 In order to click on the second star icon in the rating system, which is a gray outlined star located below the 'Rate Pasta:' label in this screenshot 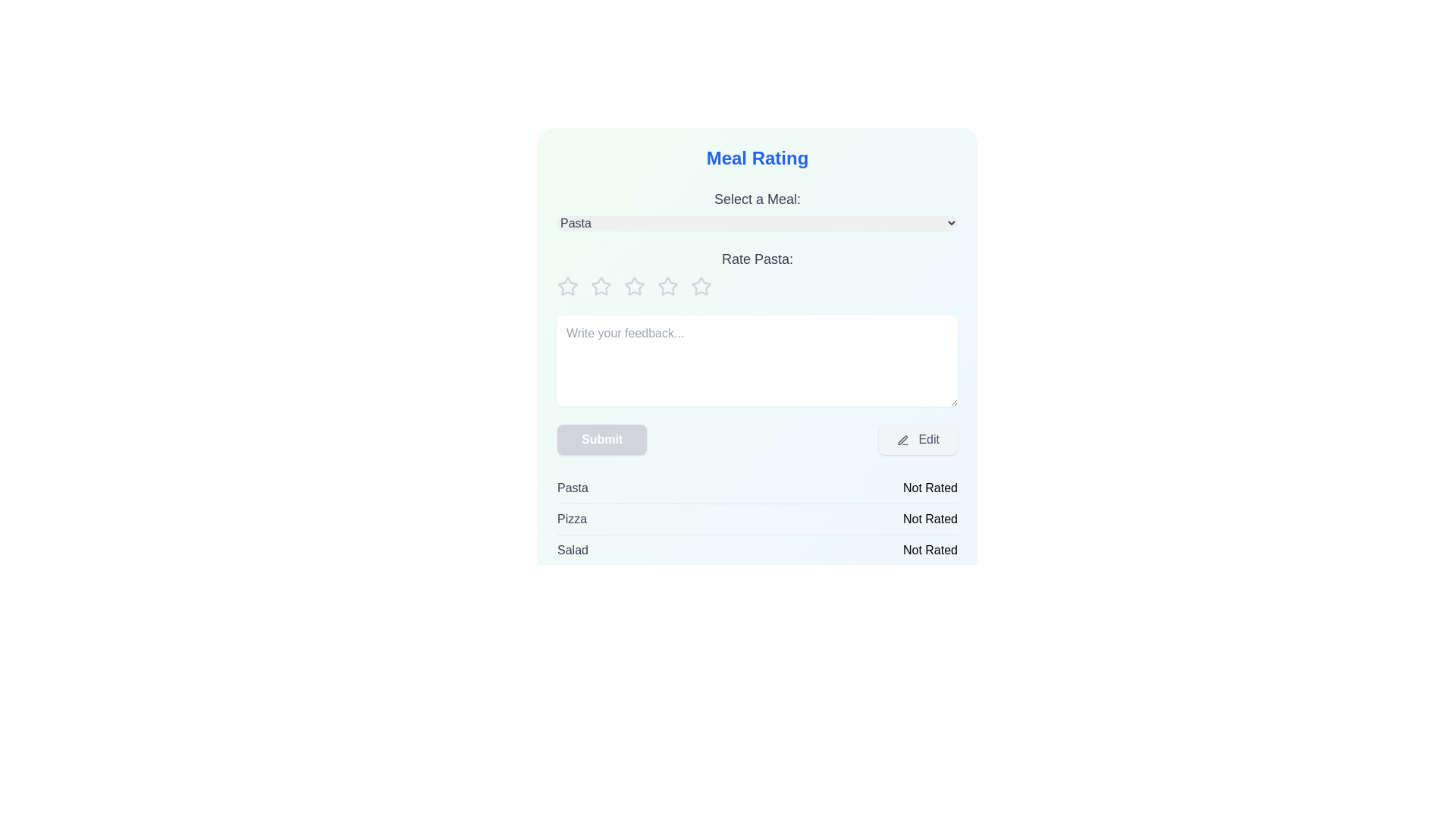, I will do `click(600, 286)`.